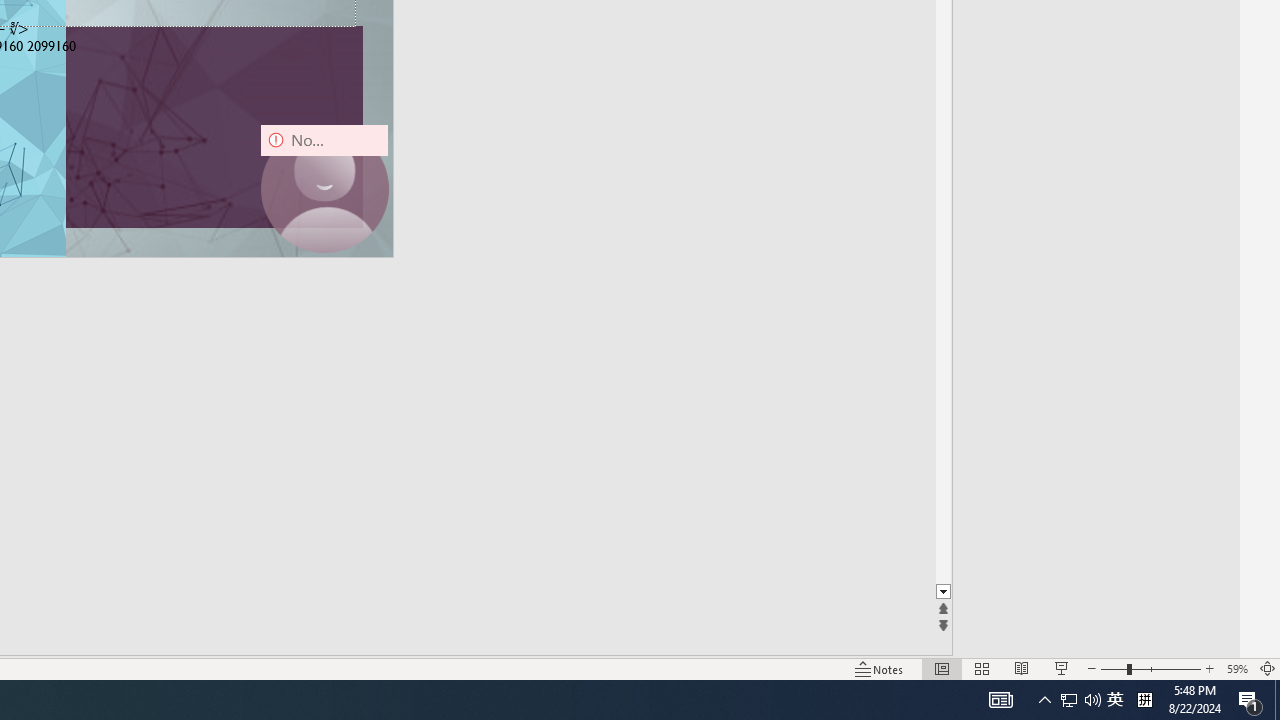 Image resolution: width=1280 pixels, height=720 pixels. Describe the element at coordinates (1236, 669) in the screenshot. I see `'Zoom 59%'` at that location.